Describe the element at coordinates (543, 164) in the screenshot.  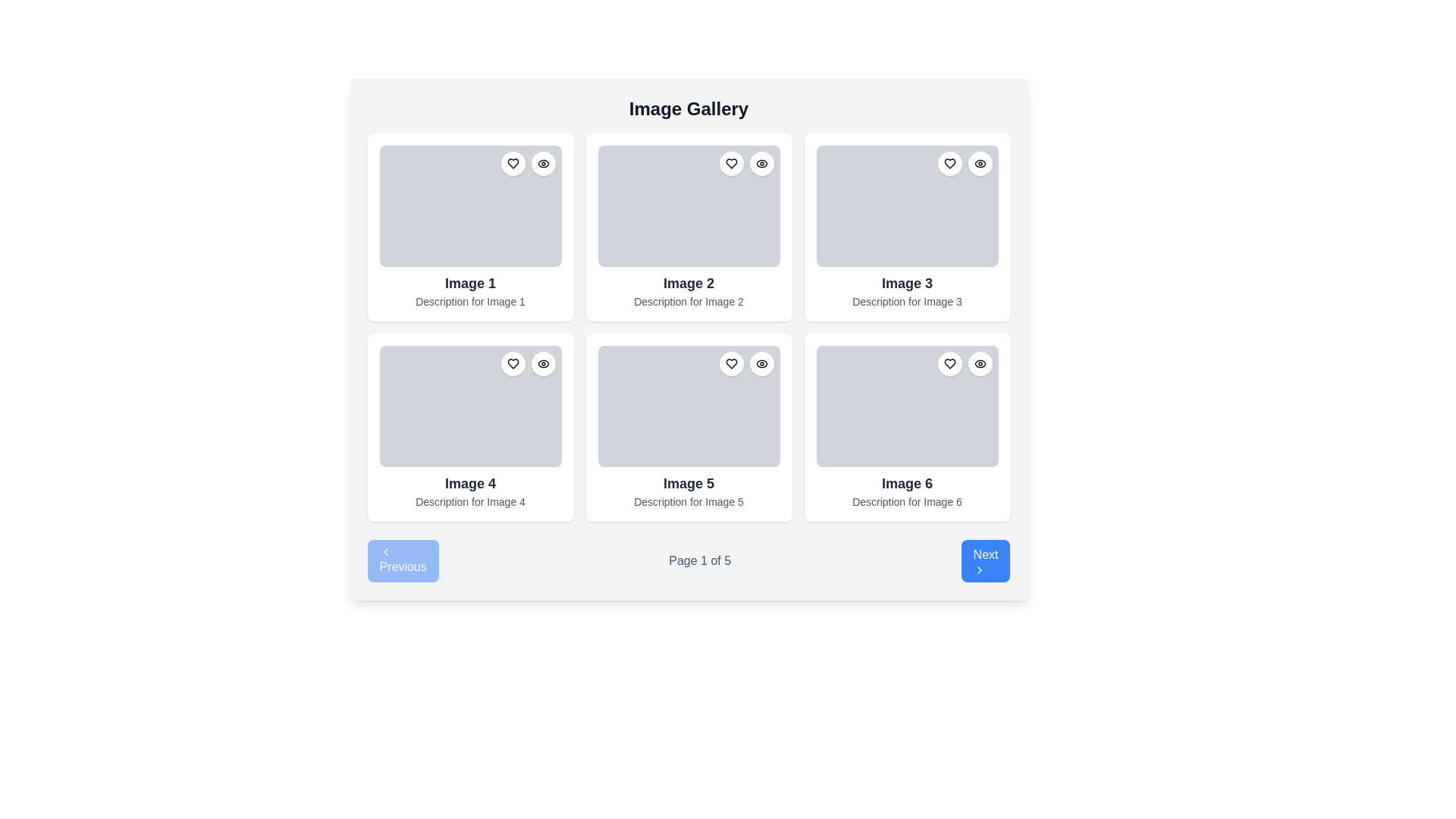
I see `the eye-shaped icon within the circular button located at the top-right corner of the 'Image 1' card in the image gallery` at that location.